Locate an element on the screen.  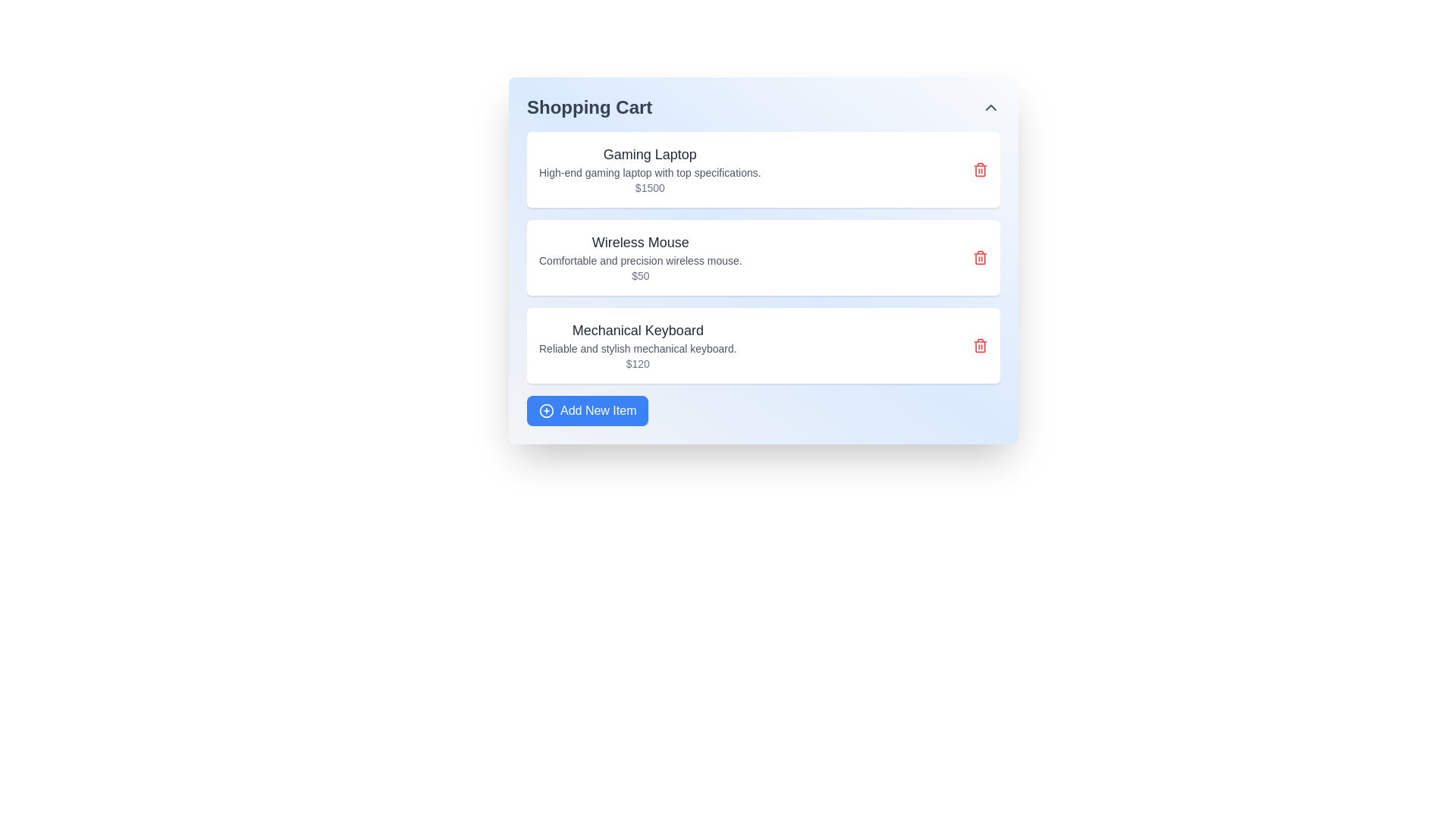
the delete icon button for the 'Wireless Mouse' item located is located at coordinates (980, 256).